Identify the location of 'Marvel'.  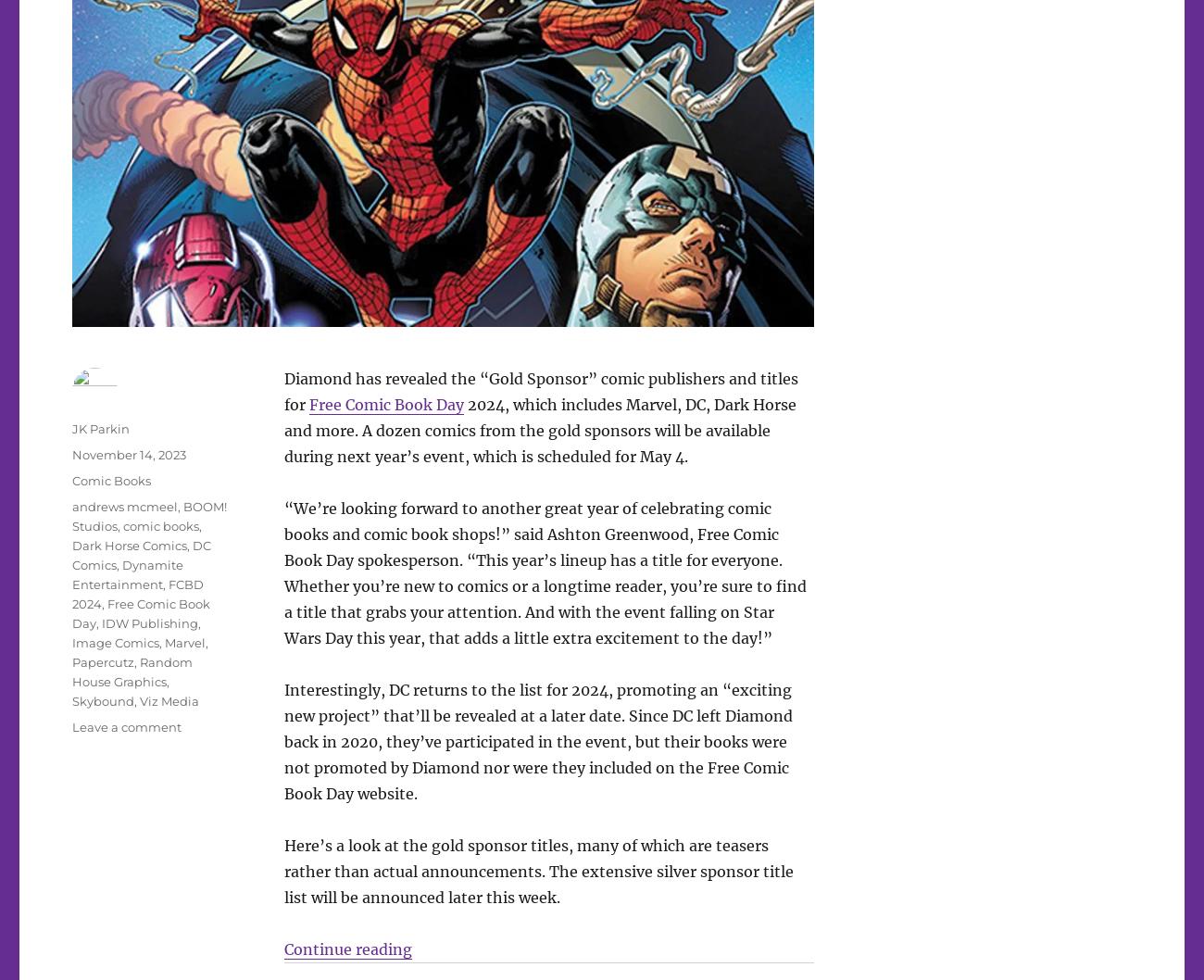
(184, 642).